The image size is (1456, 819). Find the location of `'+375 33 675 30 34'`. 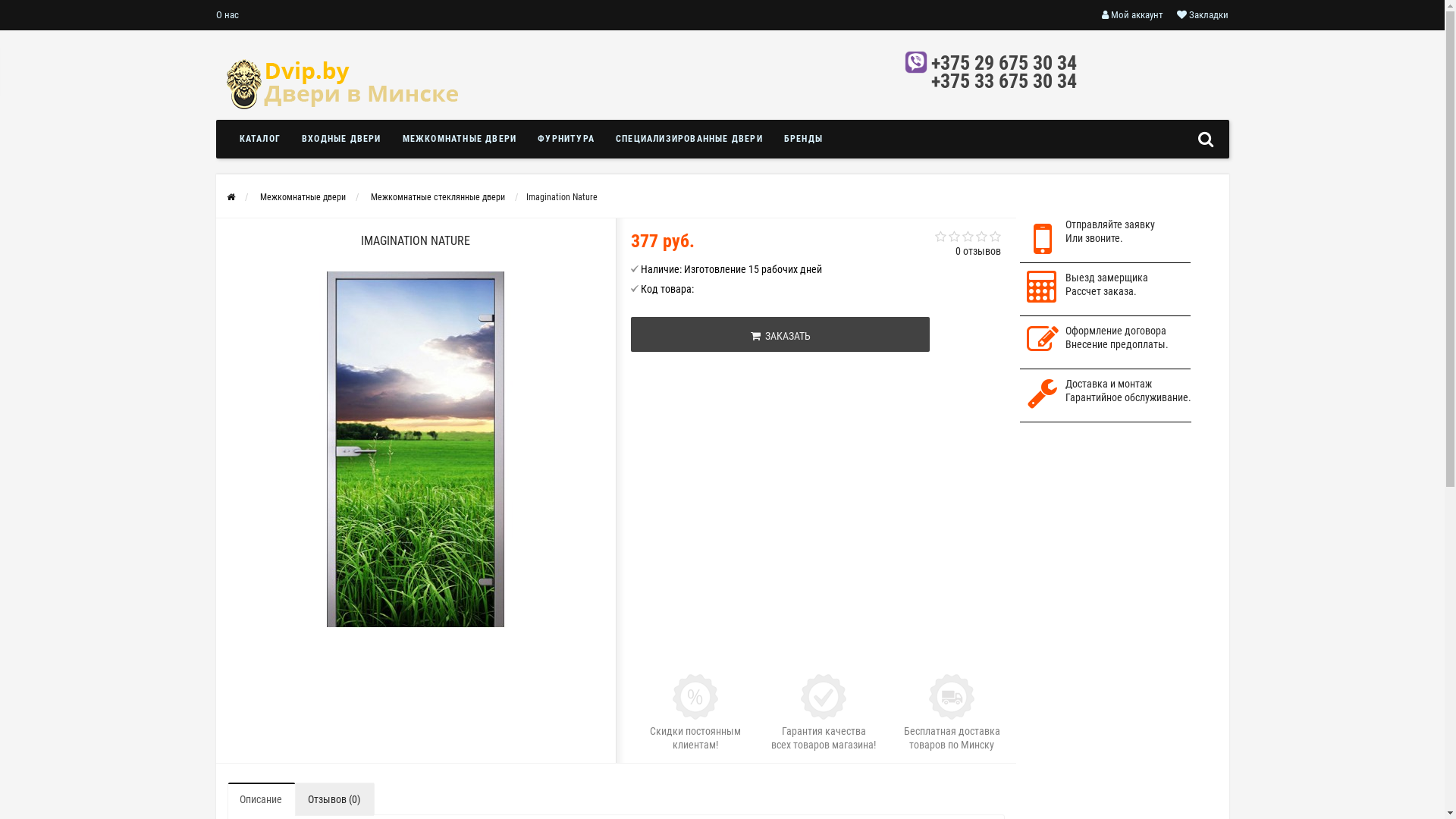

'+375 33 675 30 34' is located at coordinates (1004, 81).